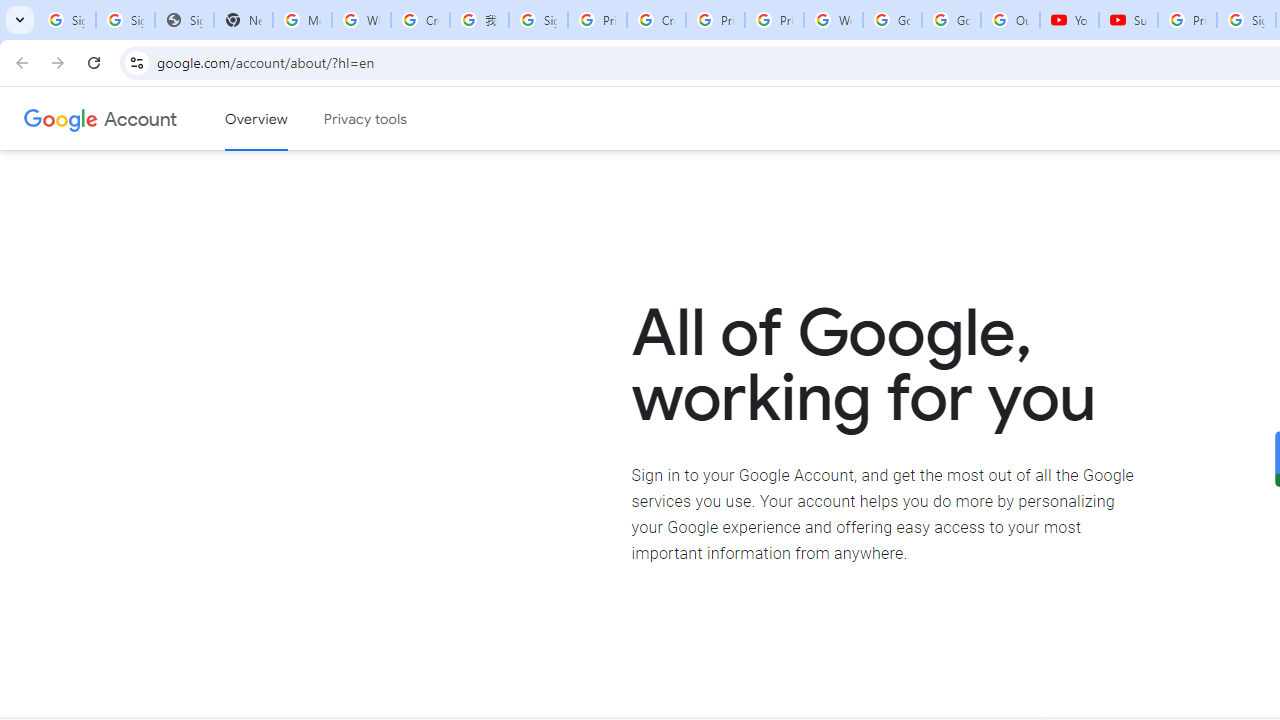 This screenshot has height=720, width=1280. I want to click on 'Google Account overview', so click(255, 119).